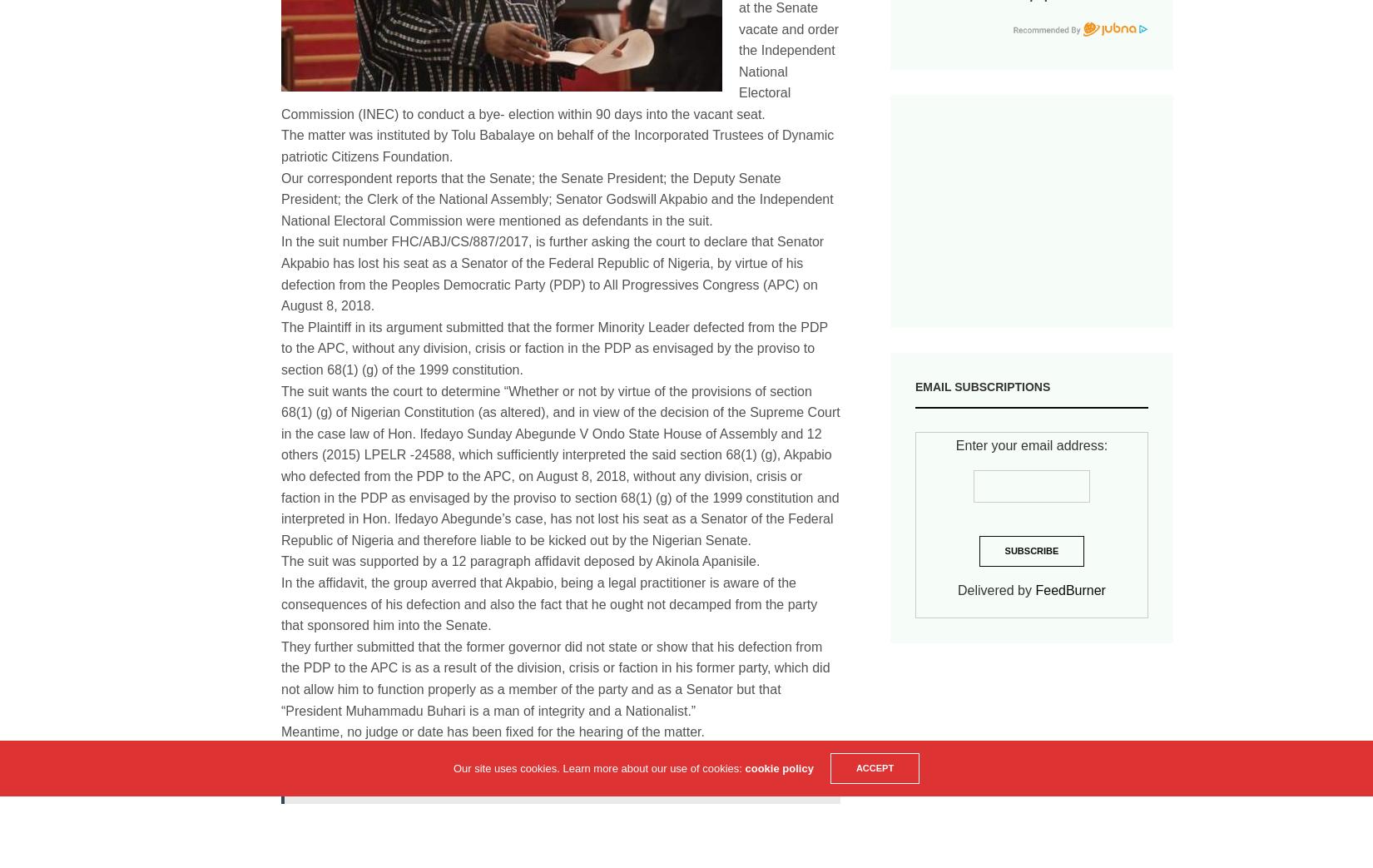 Image resolution: width=1373 pixels, height=868 pixels. What do you see at coordinates (1069, 589) in the screenshot?
I see `'FeedBurner'` at bounding box center [1069, 589].